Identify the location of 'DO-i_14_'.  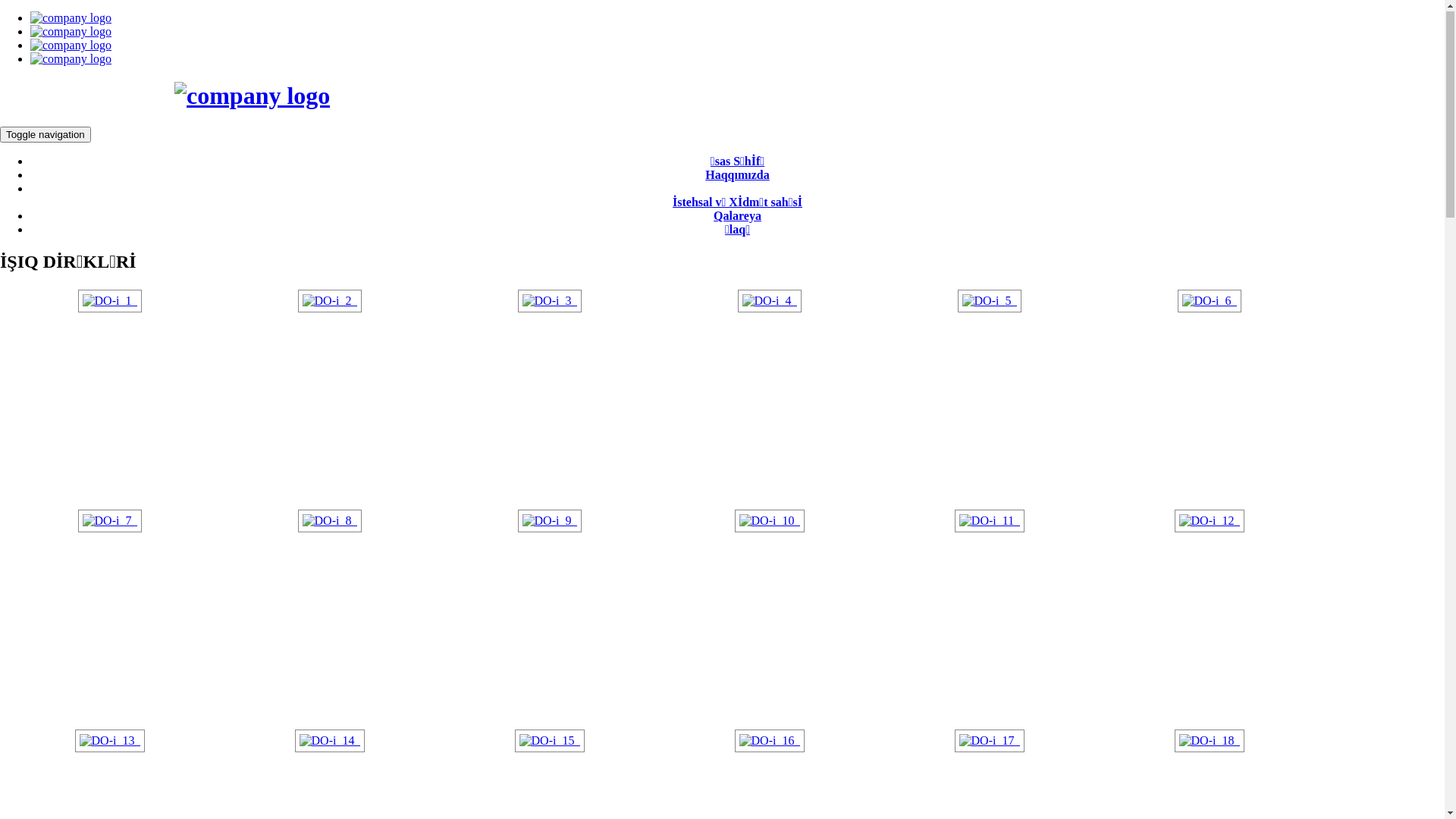
(329, 740).